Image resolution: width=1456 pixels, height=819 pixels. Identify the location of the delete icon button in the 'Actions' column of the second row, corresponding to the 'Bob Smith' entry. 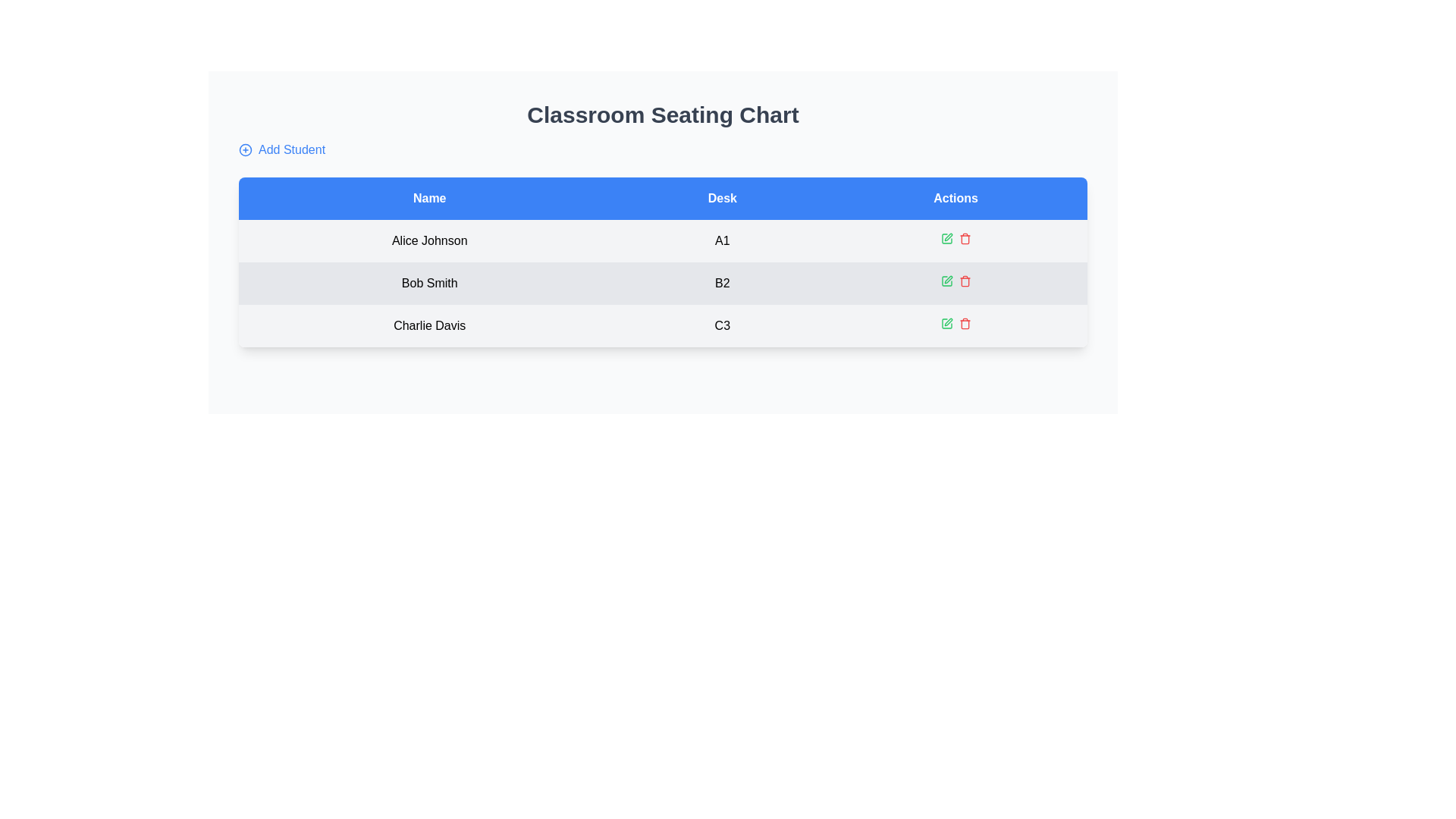
(964, 281).